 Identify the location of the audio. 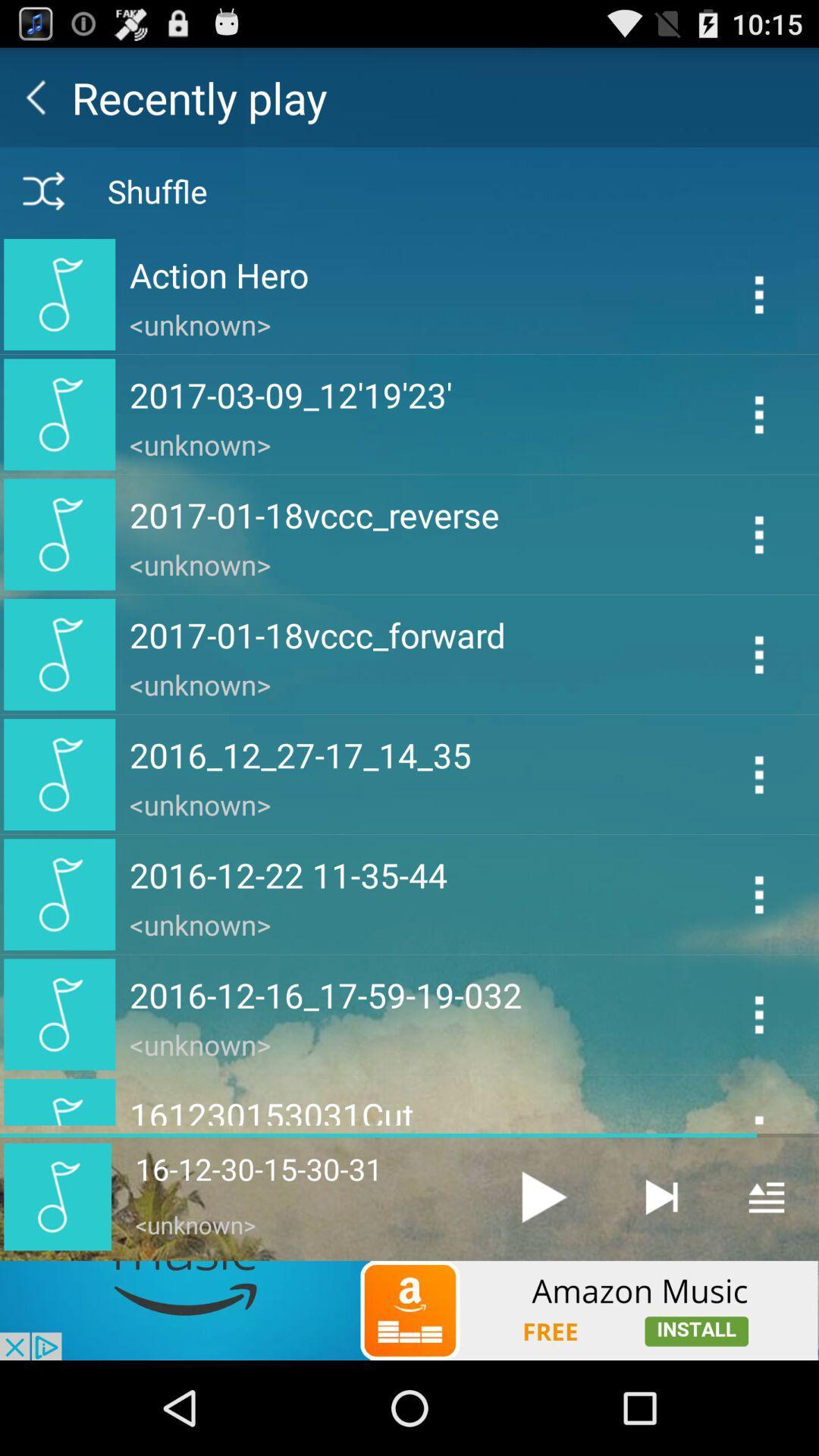
(543, 1196).